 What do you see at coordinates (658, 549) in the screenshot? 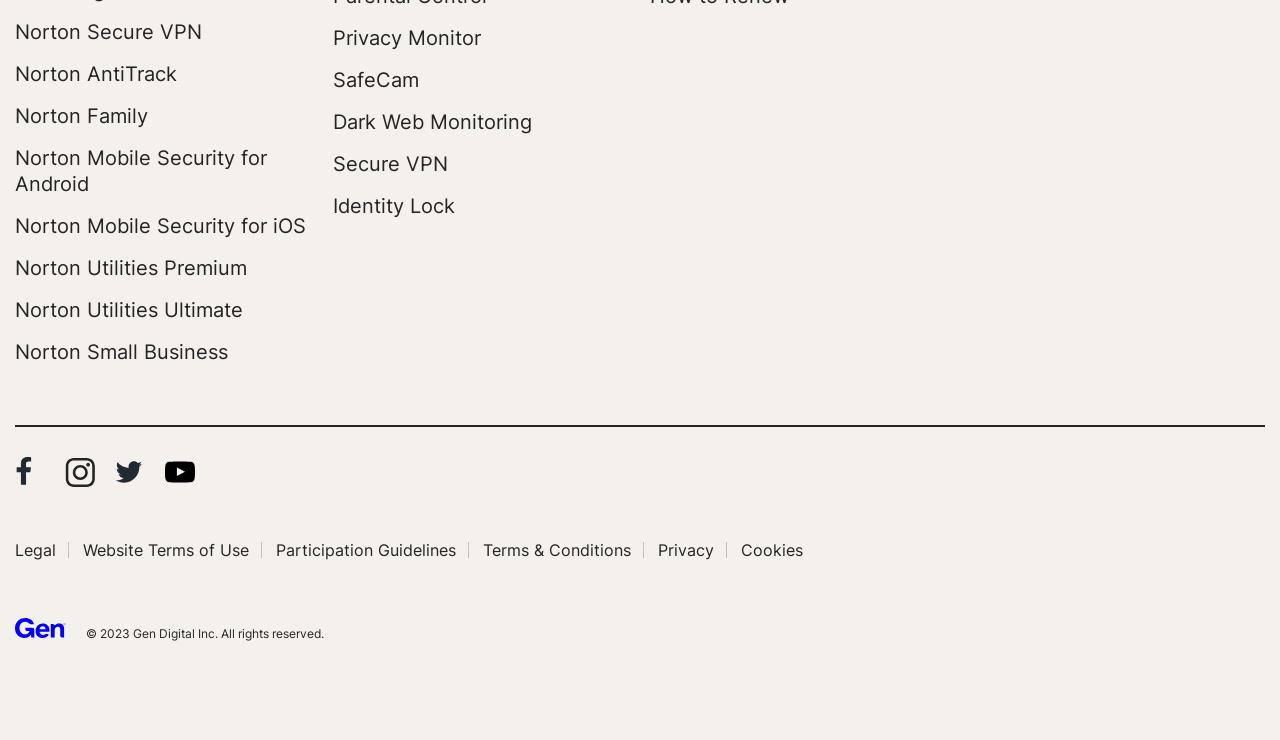
I see `'Privacy'` at bounding box center [658, 549].